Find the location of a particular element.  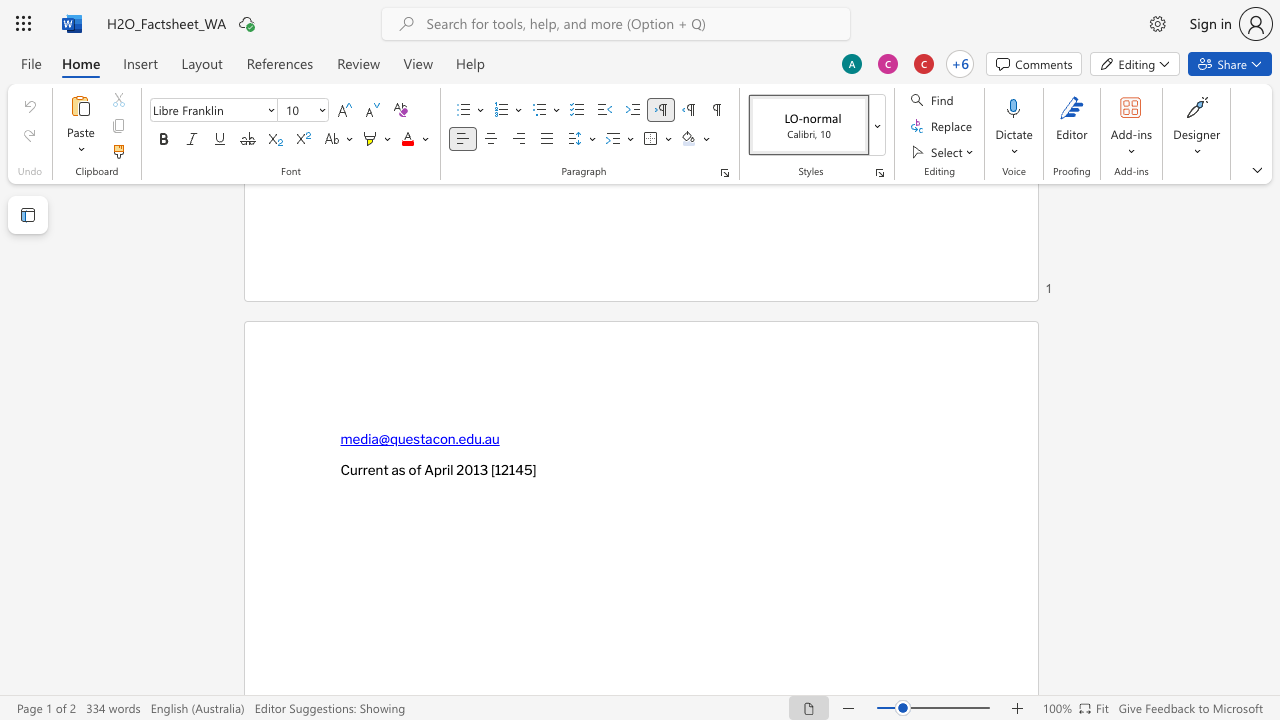

the space between the continuous character "u" and "." in the text is located at coordinates (480, 438).